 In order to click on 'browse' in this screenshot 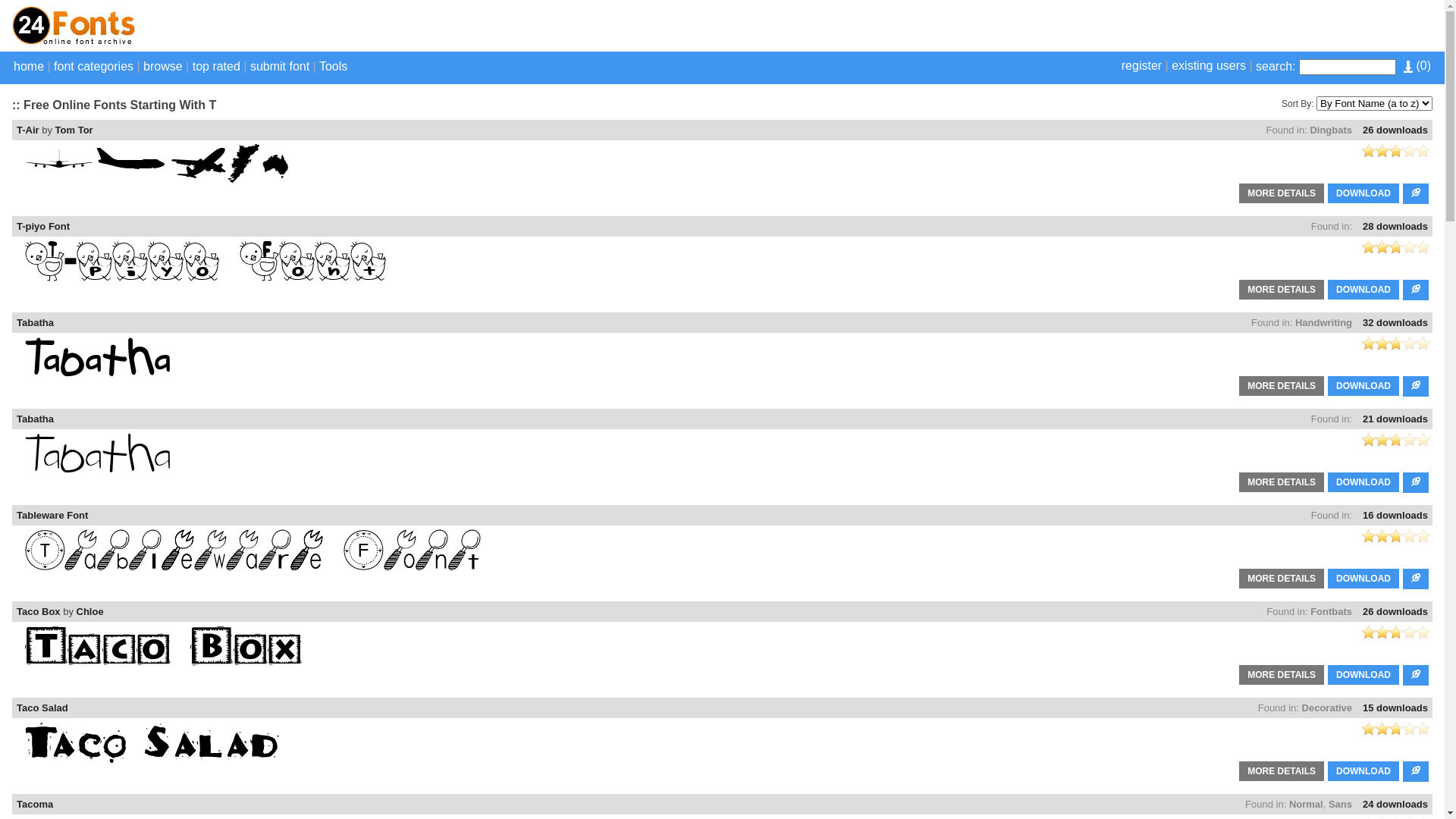, I will do `click(163, 65)`.